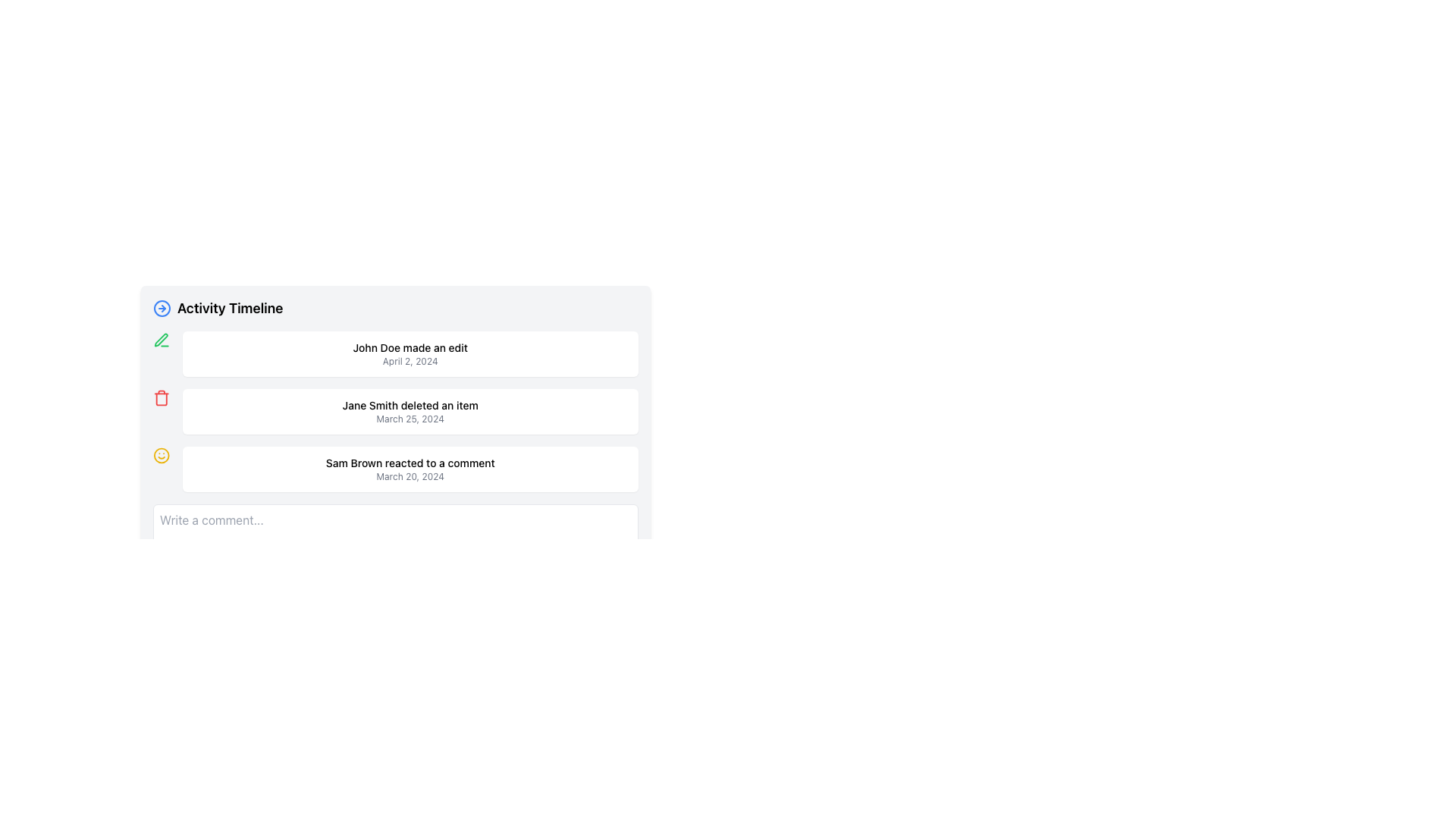 This screenshot has height=819, width=1456. What do you see at coordinates (396, 353) in the screenshot?
I see `the first List Item in the activity timeline indicating that 'John Doe made an edit' on 'April 2, 2024'` at bounding box center [396, 353].